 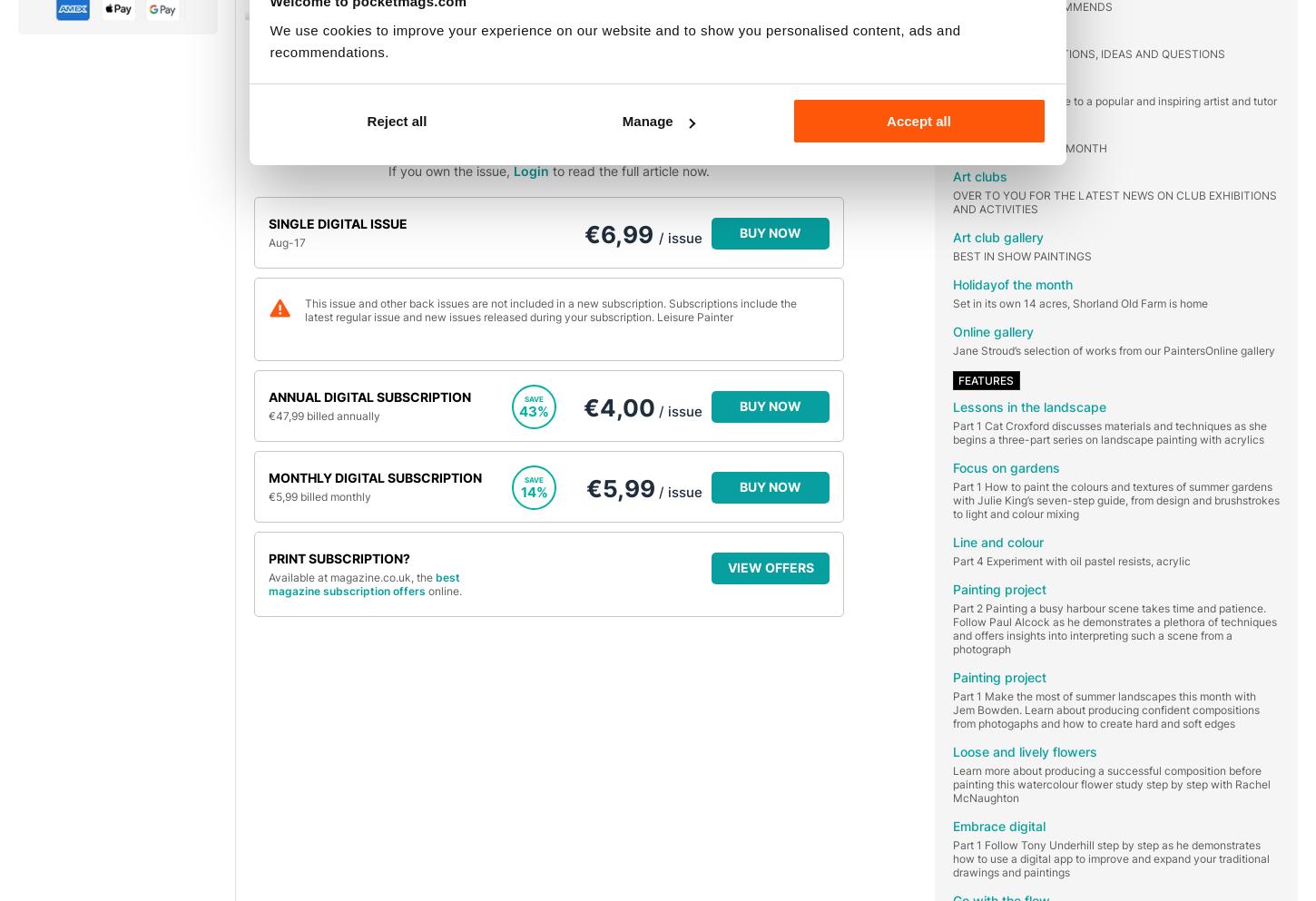 What do you see at coordinates (1021, 256) in the screenshot?
I see `'BEST IN SHOW PAINTINGS'` at bounding box center [1021, 256].